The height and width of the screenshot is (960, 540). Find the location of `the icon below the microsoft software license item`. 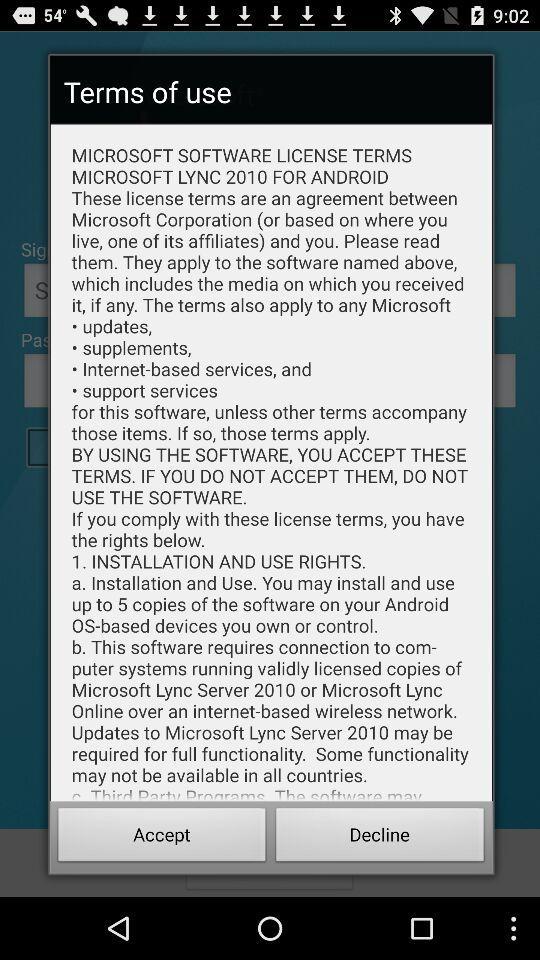

the icon below the microsoft software license item is located at coordinates (380, 837).